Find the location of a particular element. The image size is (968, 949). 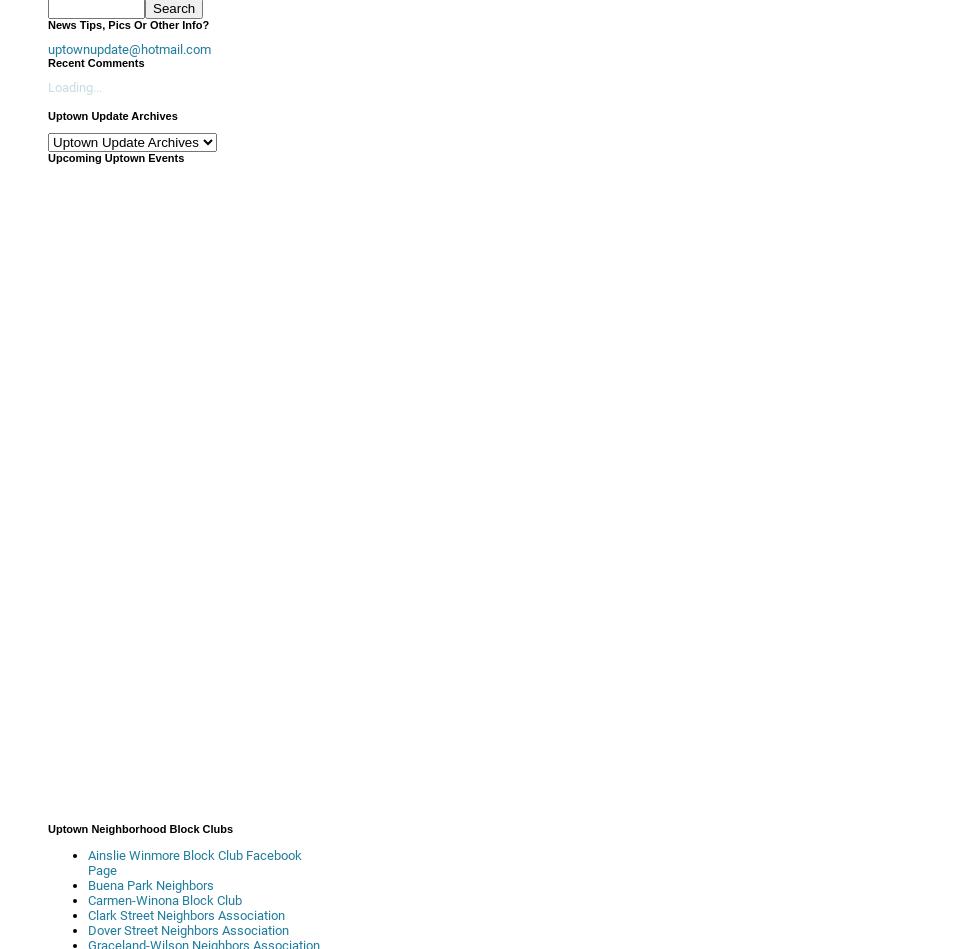

'Recent Comments' is located at coordinates (96, 63).